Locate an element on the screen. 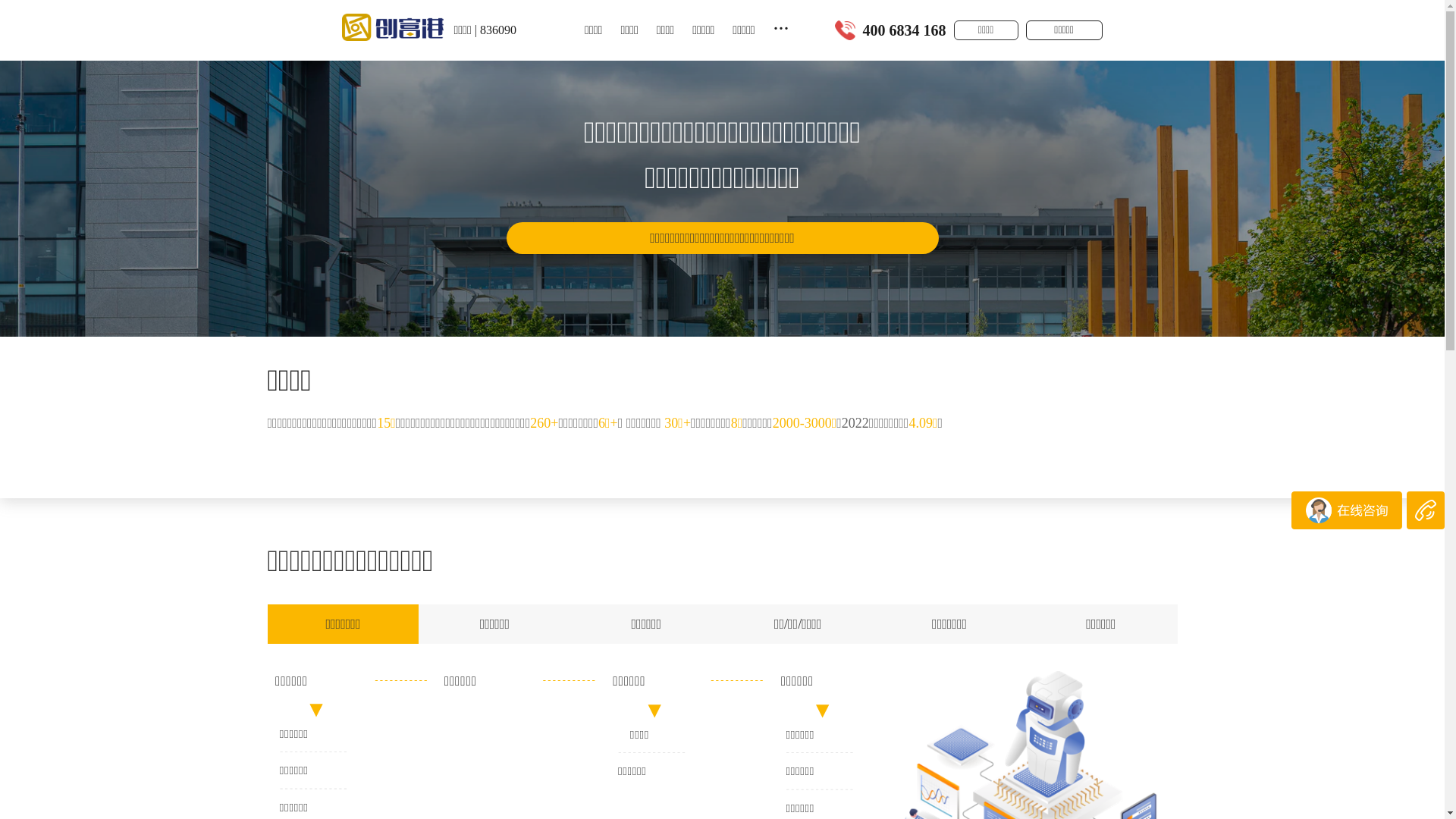 The height and width of the screenshot is (819, 1456). '400 6834 168' is located at coordinates (905, 30).